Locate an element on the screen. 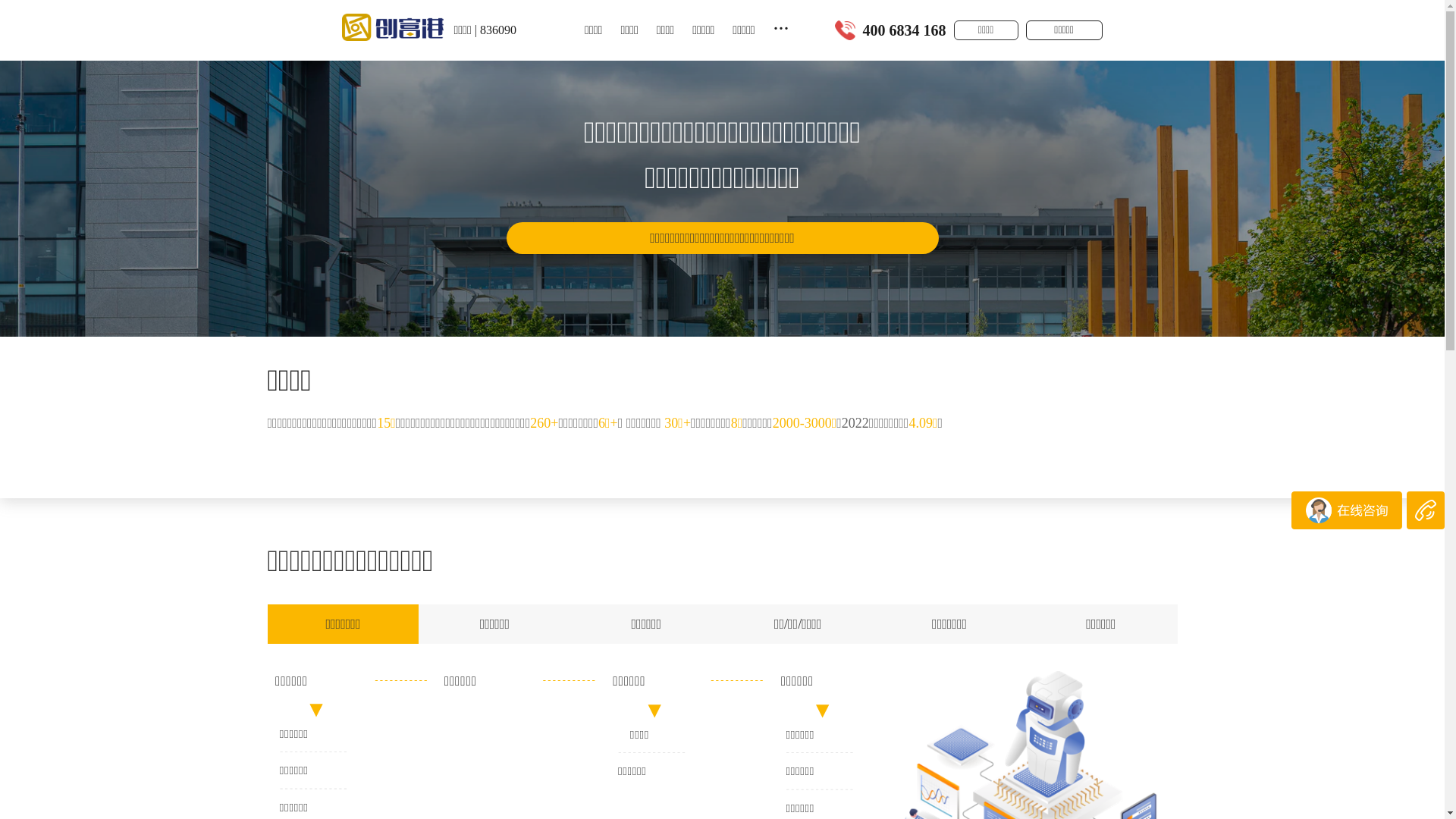 The height and width of the screenshot is (819, 1456). '400 6834 168' is located at coordinates (905, 30).